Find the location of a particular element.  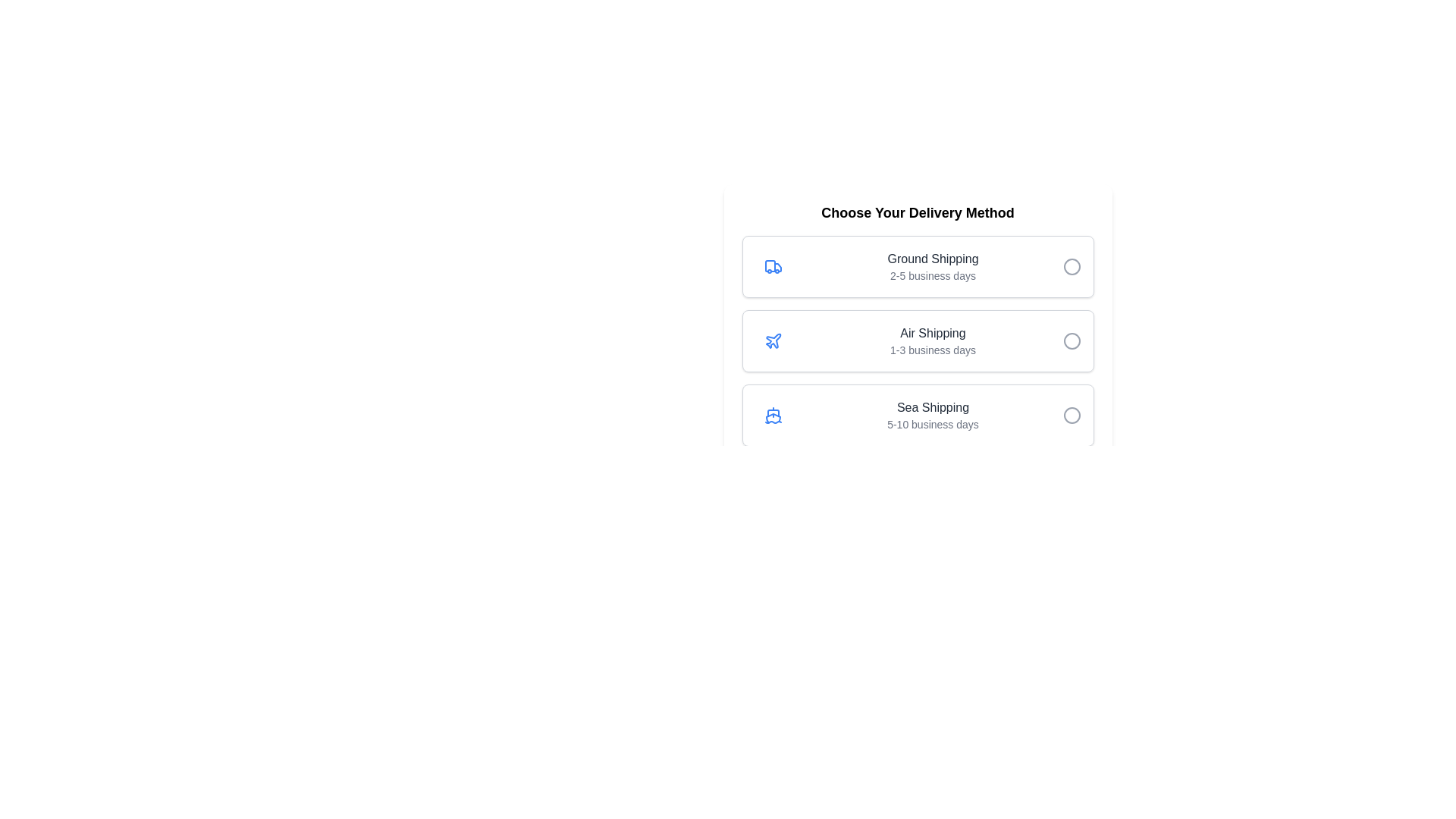

the textual label displaying the name and estimated delivery time of the second shipping option within the selectable card is located at coordinates (932, 341).